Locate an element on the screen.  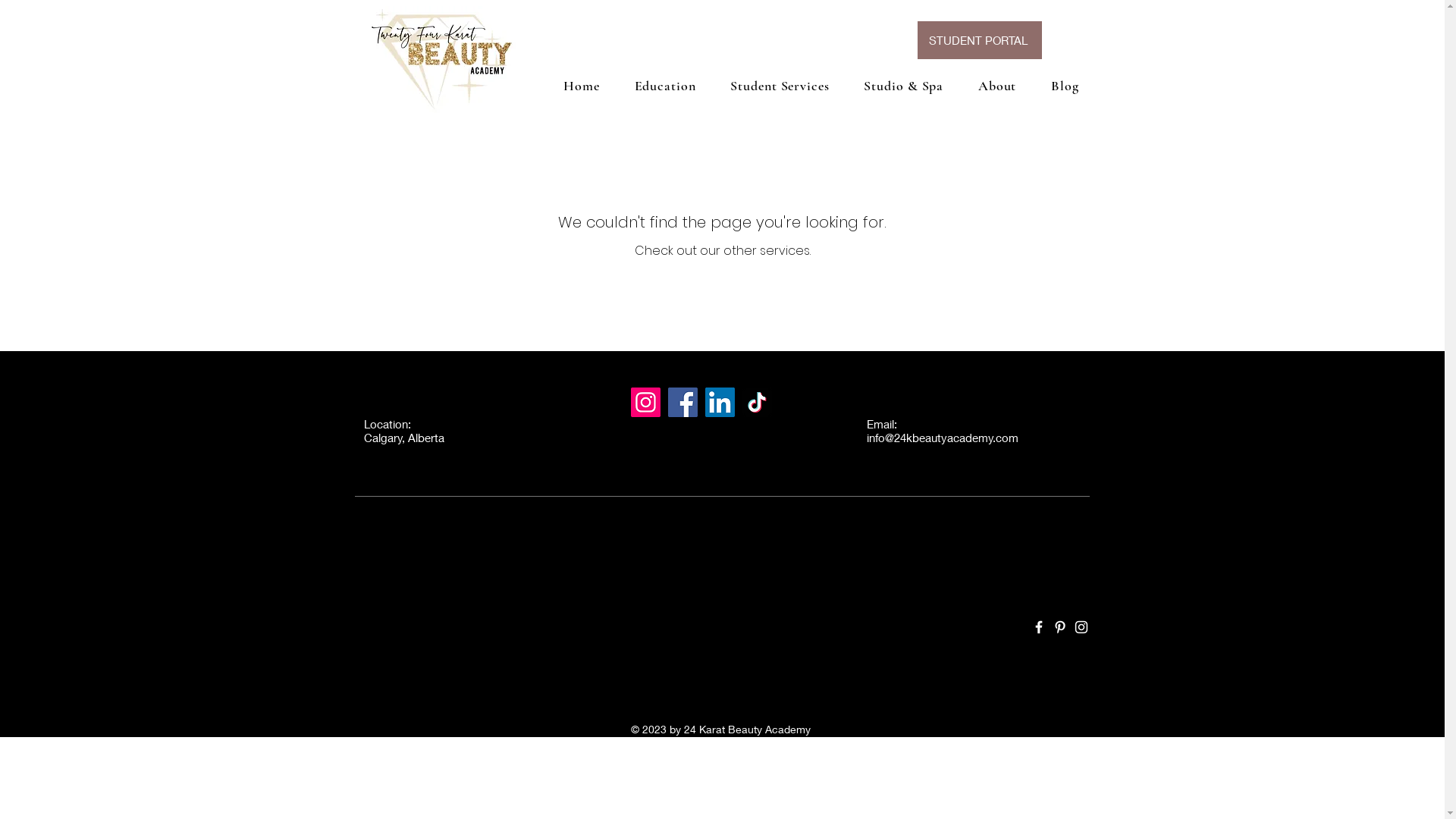
'glitter-lashes-logo_6181d2ad585273_69401884_1.jpg' is located at coordinates (438, 58).